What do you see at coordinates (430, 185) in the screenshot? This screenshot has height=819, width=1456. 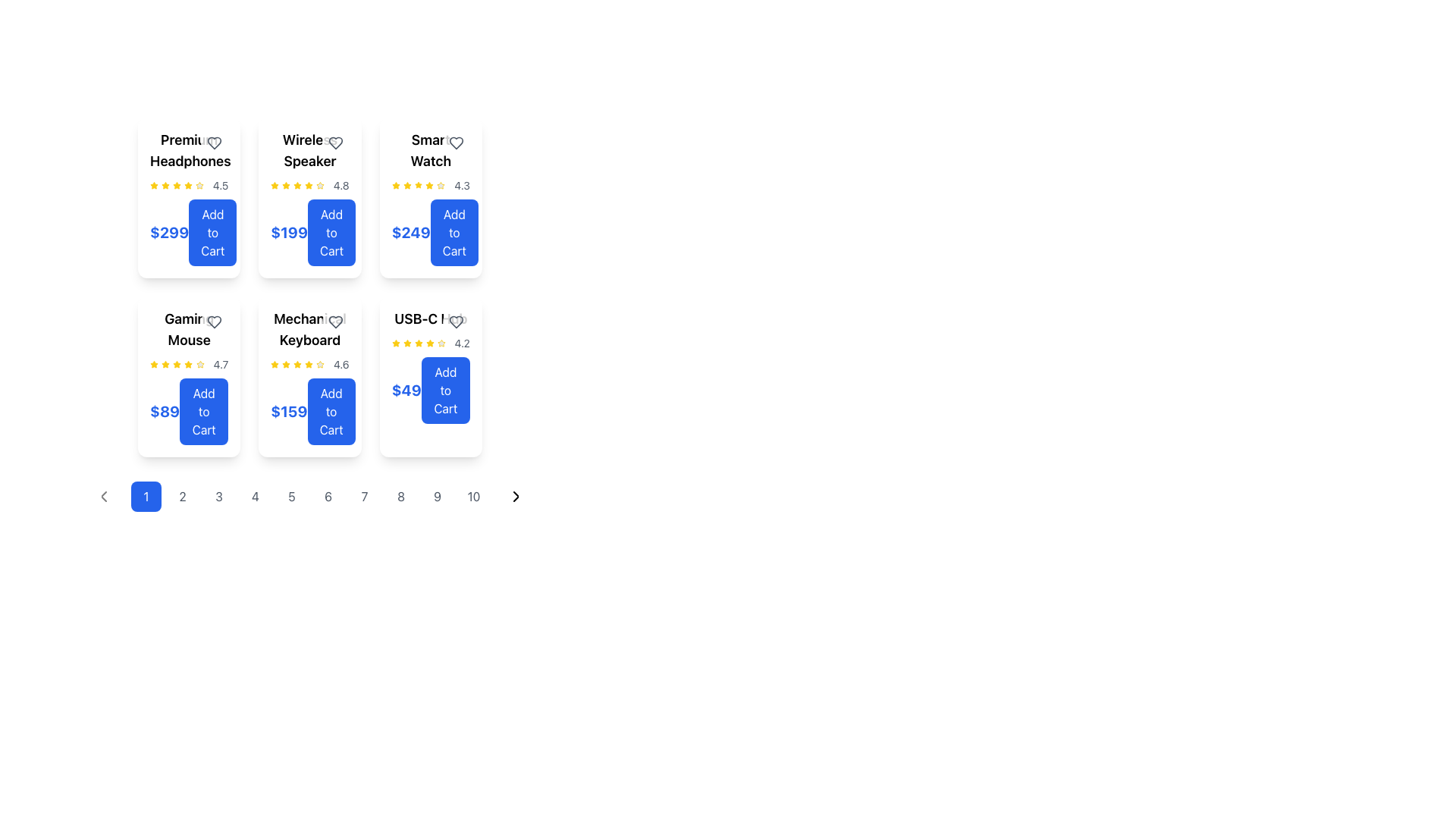 I see `the Rating display for the 'Smart Watch' item, which is located in the third card from the left in the top row, directly below the title and above the price and 'Add to Cart' button` at bounding box center [430, 185].